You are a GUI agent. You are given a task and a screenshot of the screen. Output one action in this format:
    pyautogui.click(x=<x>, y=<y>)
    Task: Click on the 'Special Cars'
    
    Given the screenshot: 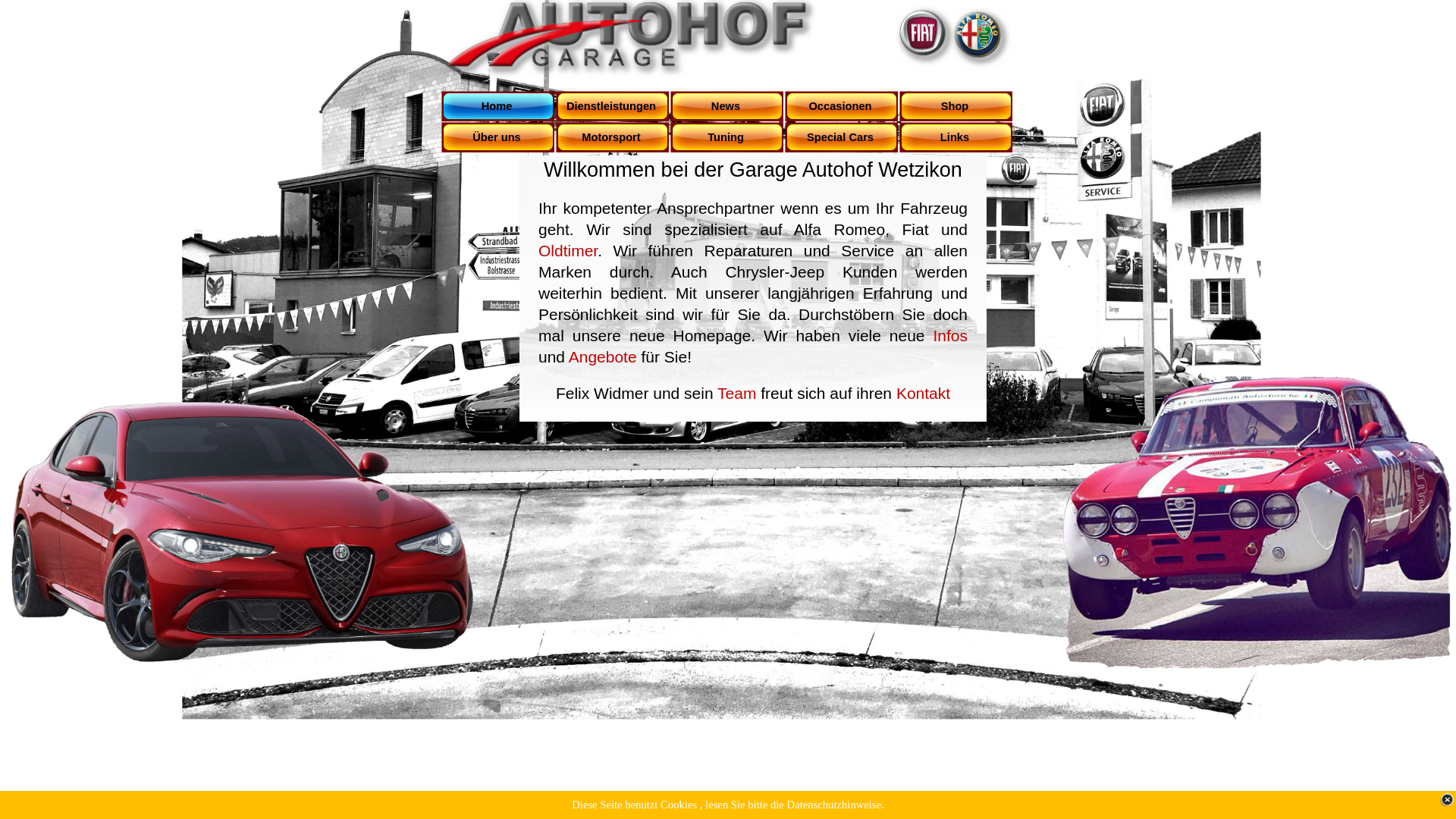 What is the action you would take?
    pyautogui.click(x=785, y=137)
    